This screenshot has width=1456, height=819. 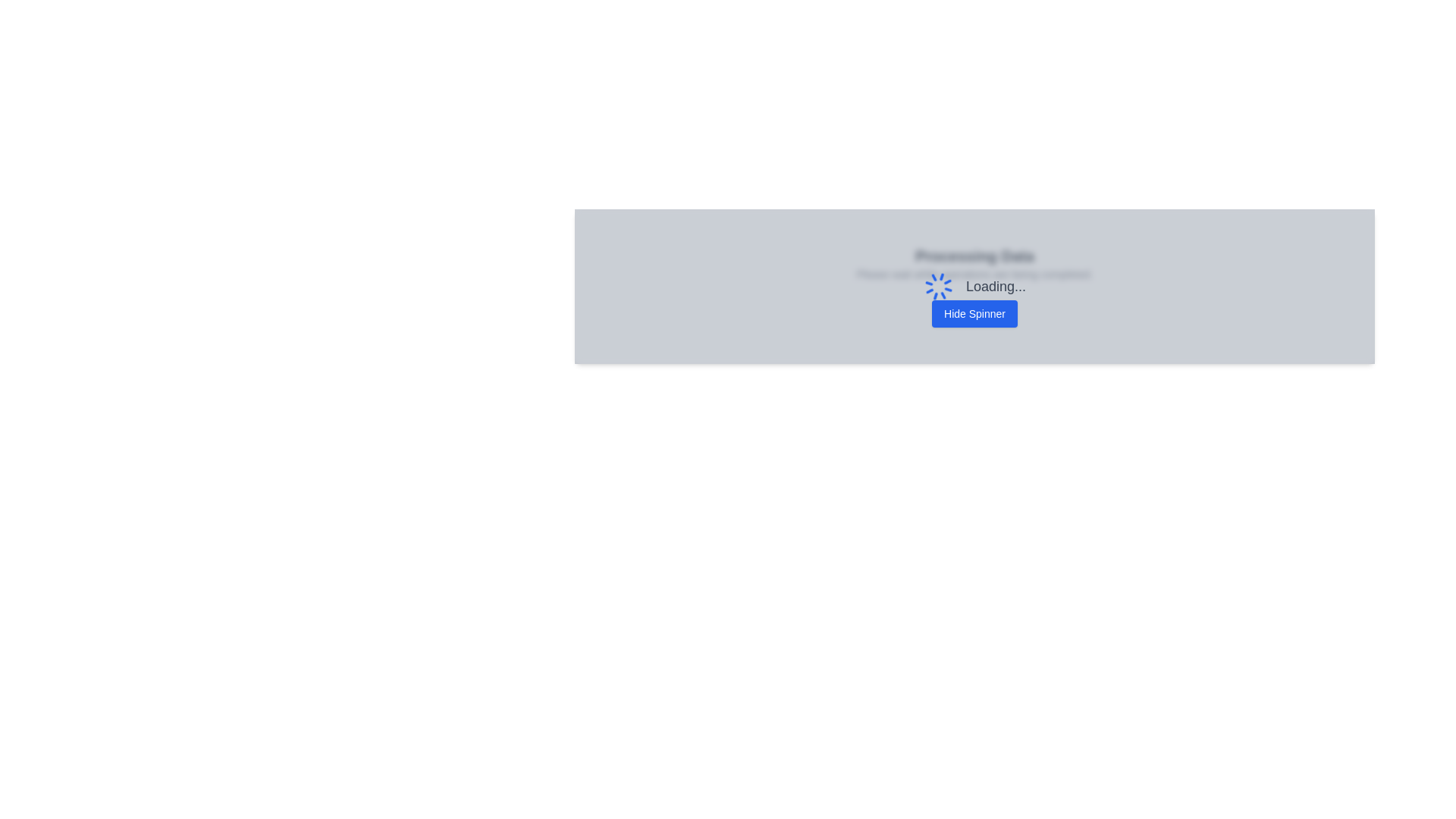 What do you see at coordinates (938, 287) in the screenshot?
I see `the Loader/Spinner Icon, which is located in the center of the semi-transparent gray overlay, to the left of the 'Loading...' text and above the 'Hide Spinner' button` at bounding box center [938, 287].